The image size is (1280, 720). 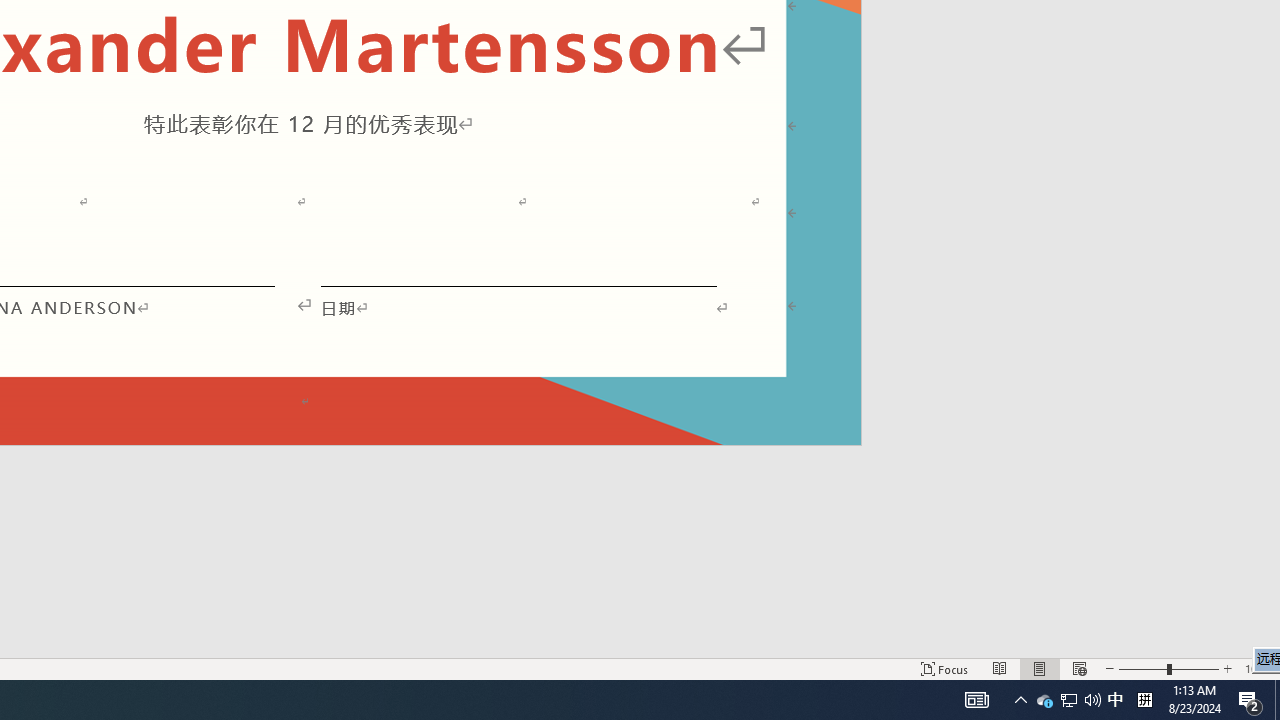 I want to click on 'Zoom Out', so click(x=1143, y=669).